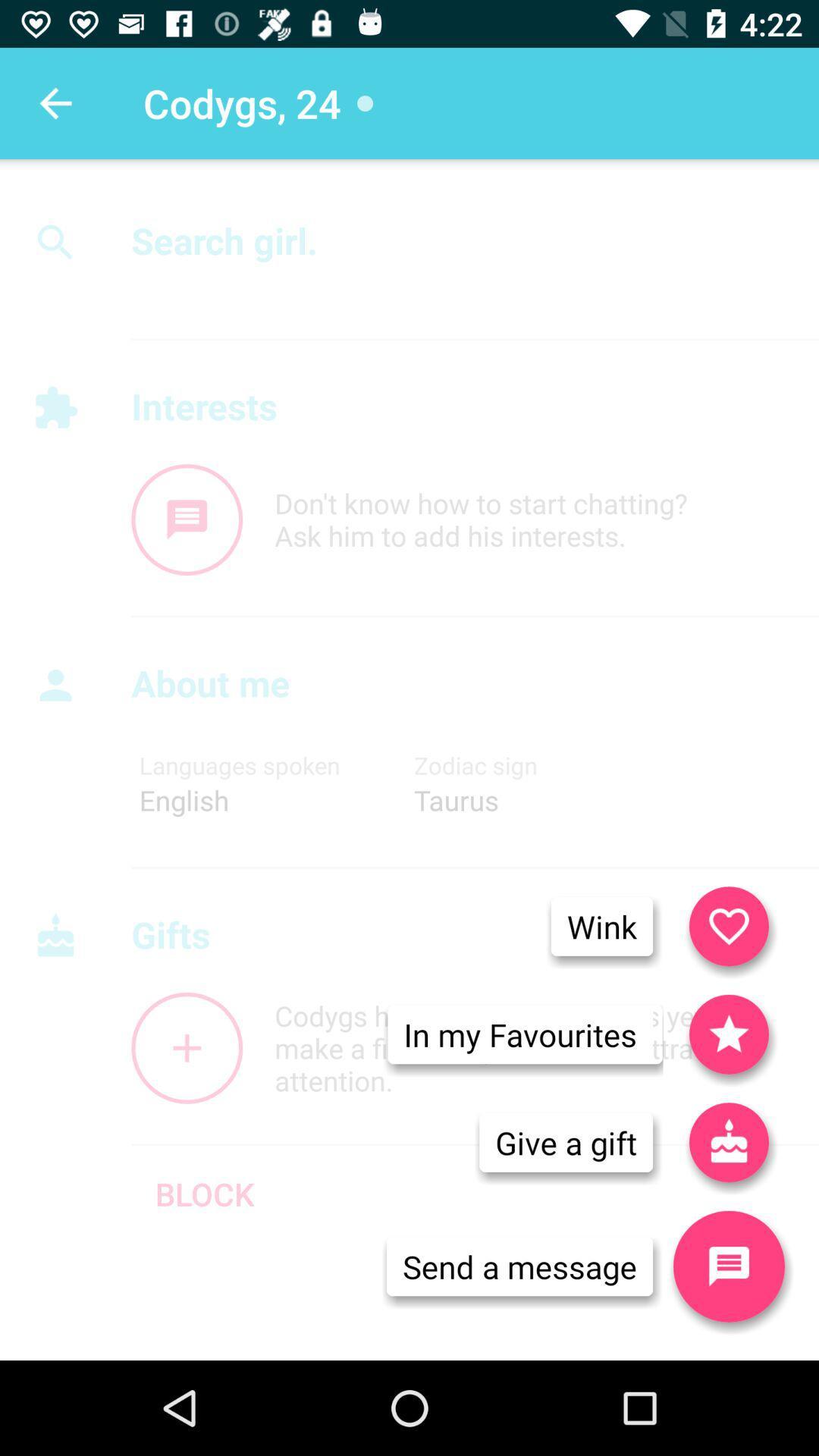  Describe the element at coordinates (728, 1142) in the screenshot. I see `icon to the right of the in my favourites` at that location.